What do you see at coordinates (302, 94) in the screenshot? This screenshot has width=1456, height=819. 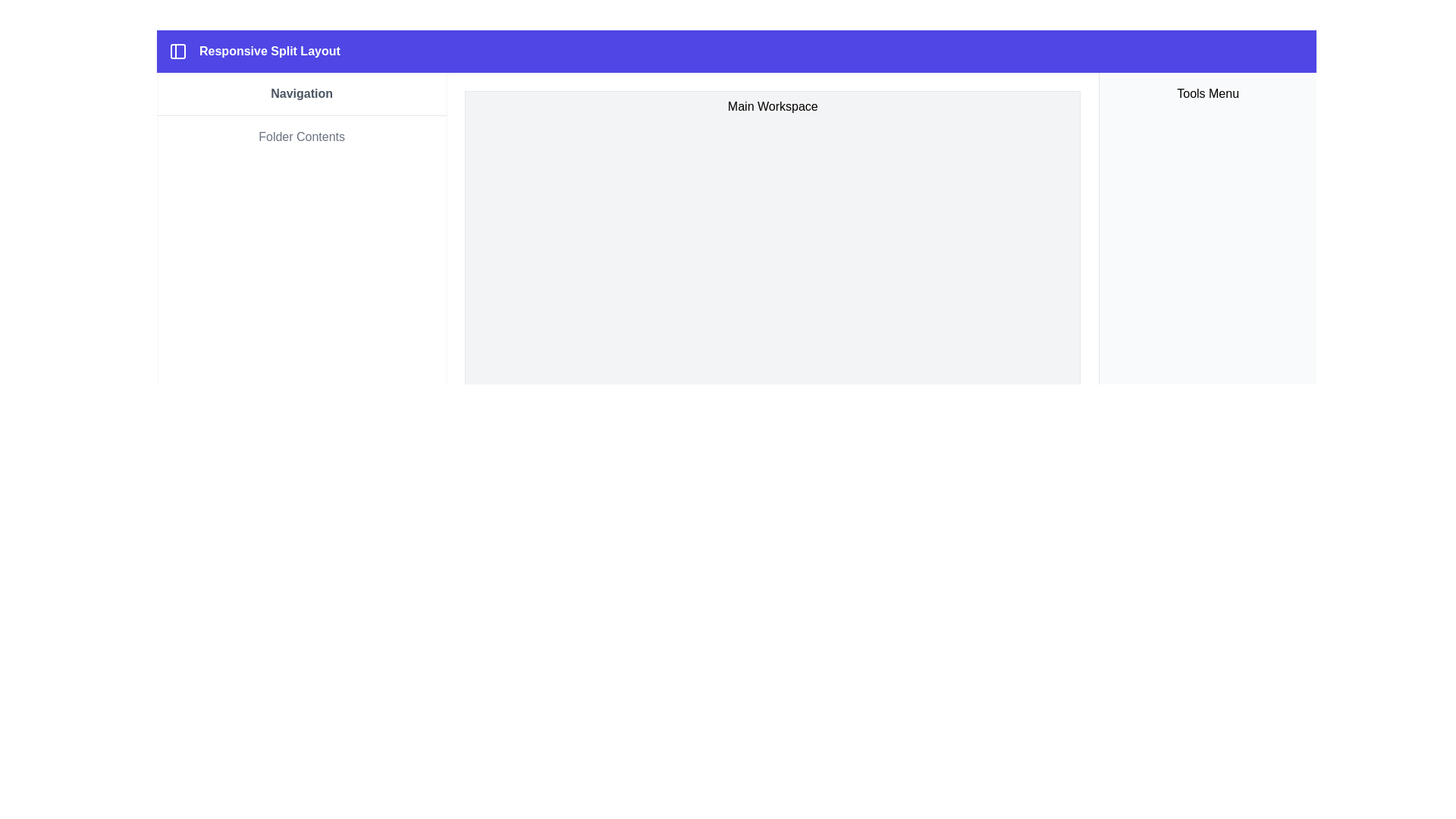 I see `the 'Navigation' text label in the left sidebar, which is styled with a bold font and gray color, positioned above the 'Folder Contents' label` at bounding box center [302, 94].